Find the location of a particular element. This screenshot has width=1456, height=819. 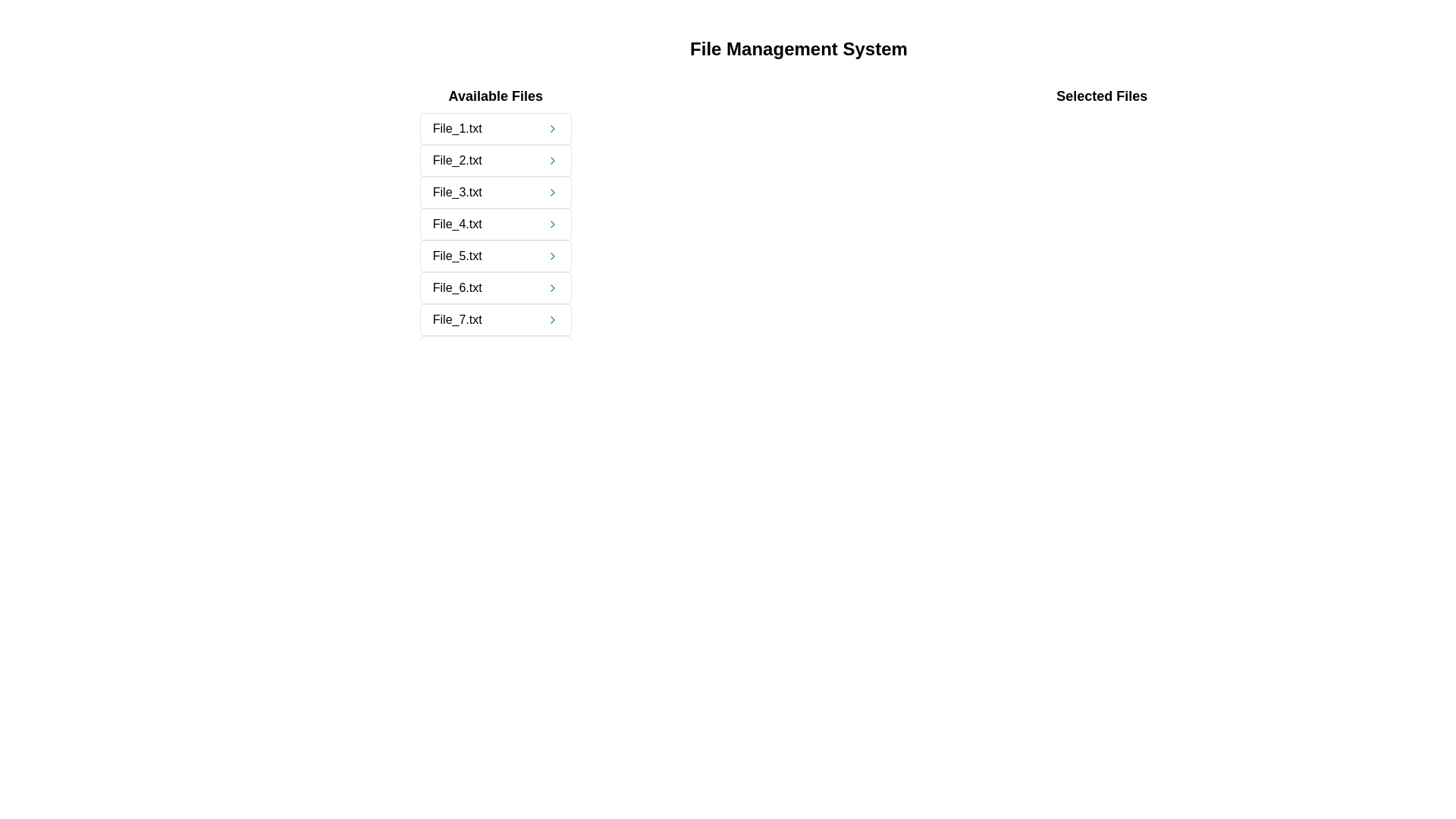

the small green chevron icon shaped as a rightward arrow located to the right of the 'File_5.txt' entry in the vertical list of file entries is located at coordinates (551, 256).